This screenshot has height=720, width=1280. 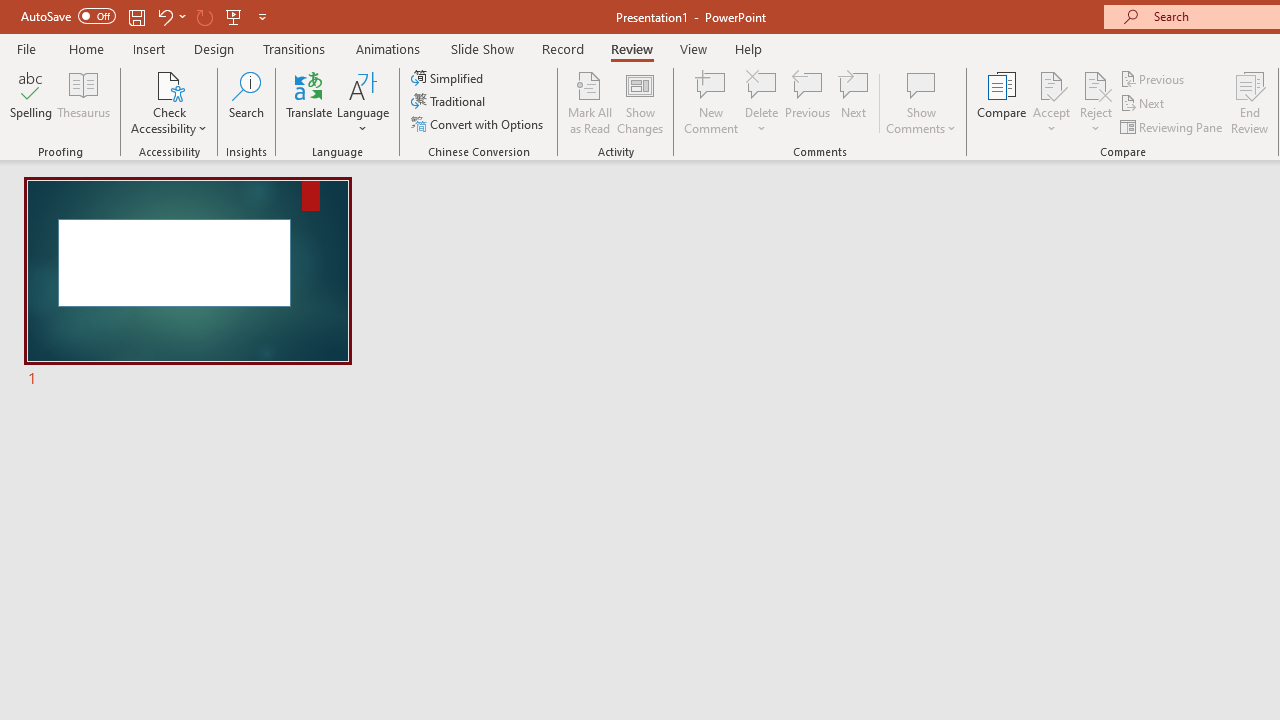 I want to click on 'Reviewing Pane', so click(x=1173, y=127).